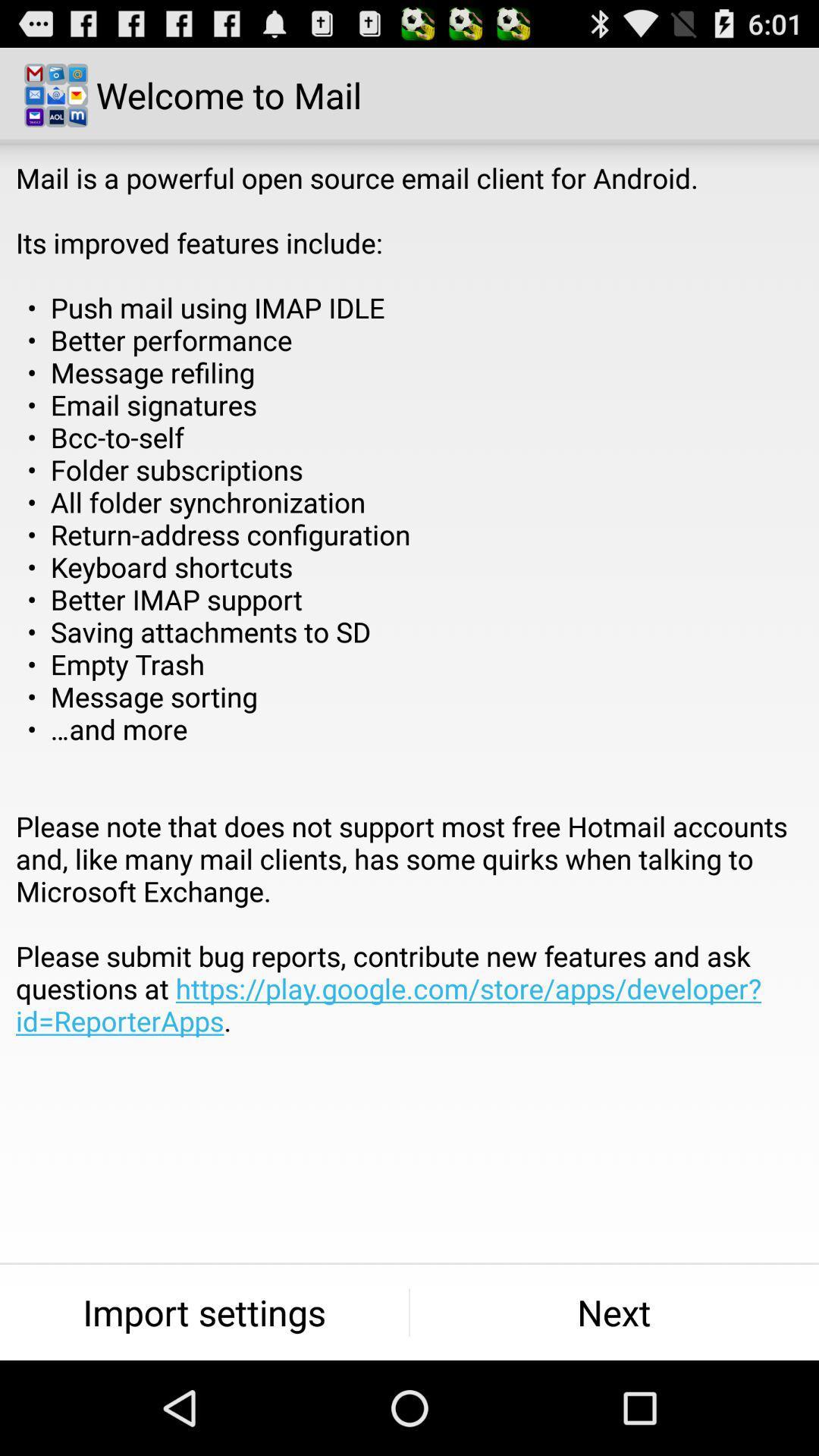  Describe the element at coordinates (409, 632) in the screenshot. I see `the mail is a item` at that location.